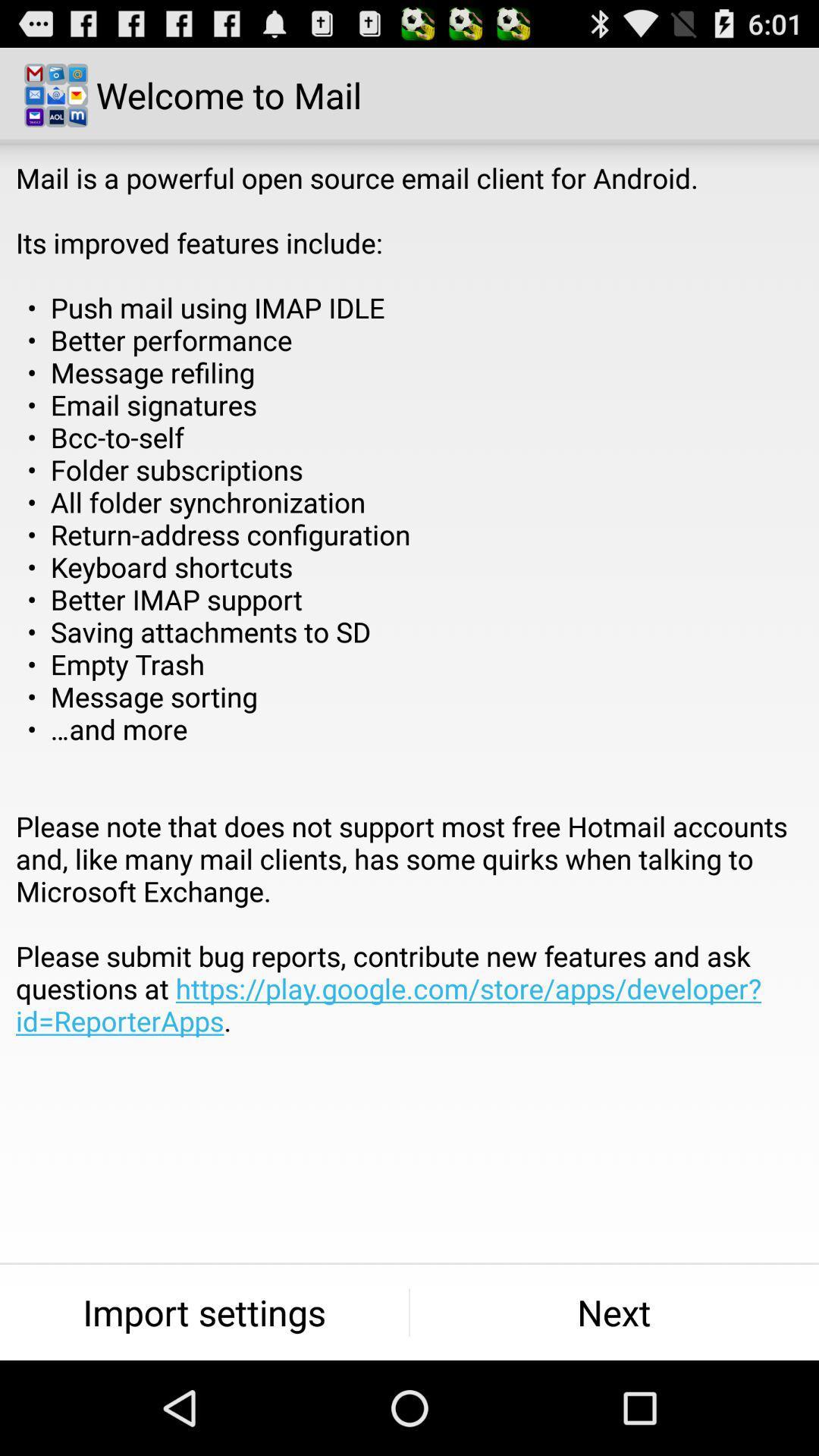  Describe the element at coordinates (409, 632) in the screenshot. I see `the mail is a item` at that location.